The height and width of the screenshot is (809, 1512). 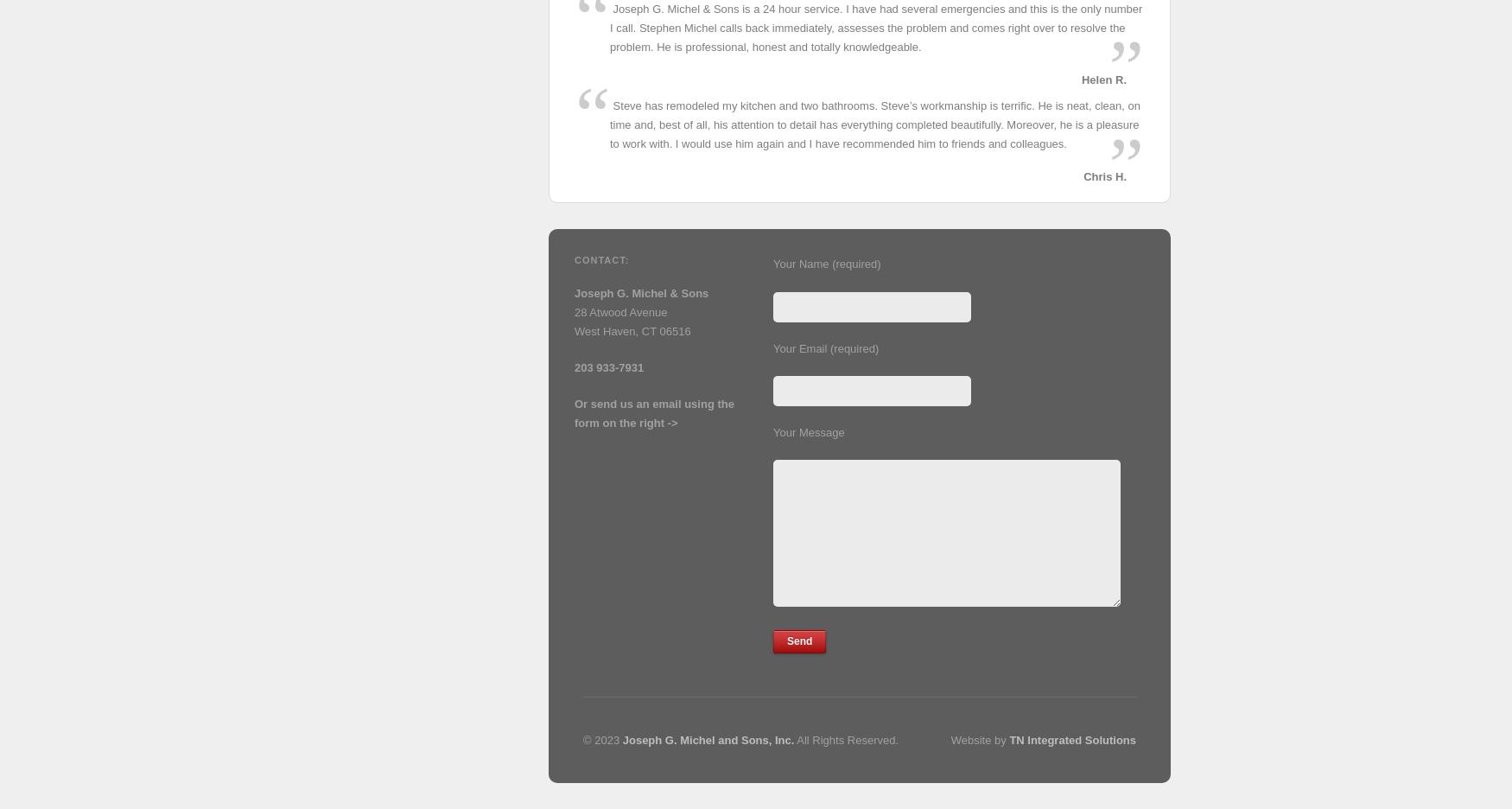 I want to click on 'Chris H.', so click(x=1104, y=176).